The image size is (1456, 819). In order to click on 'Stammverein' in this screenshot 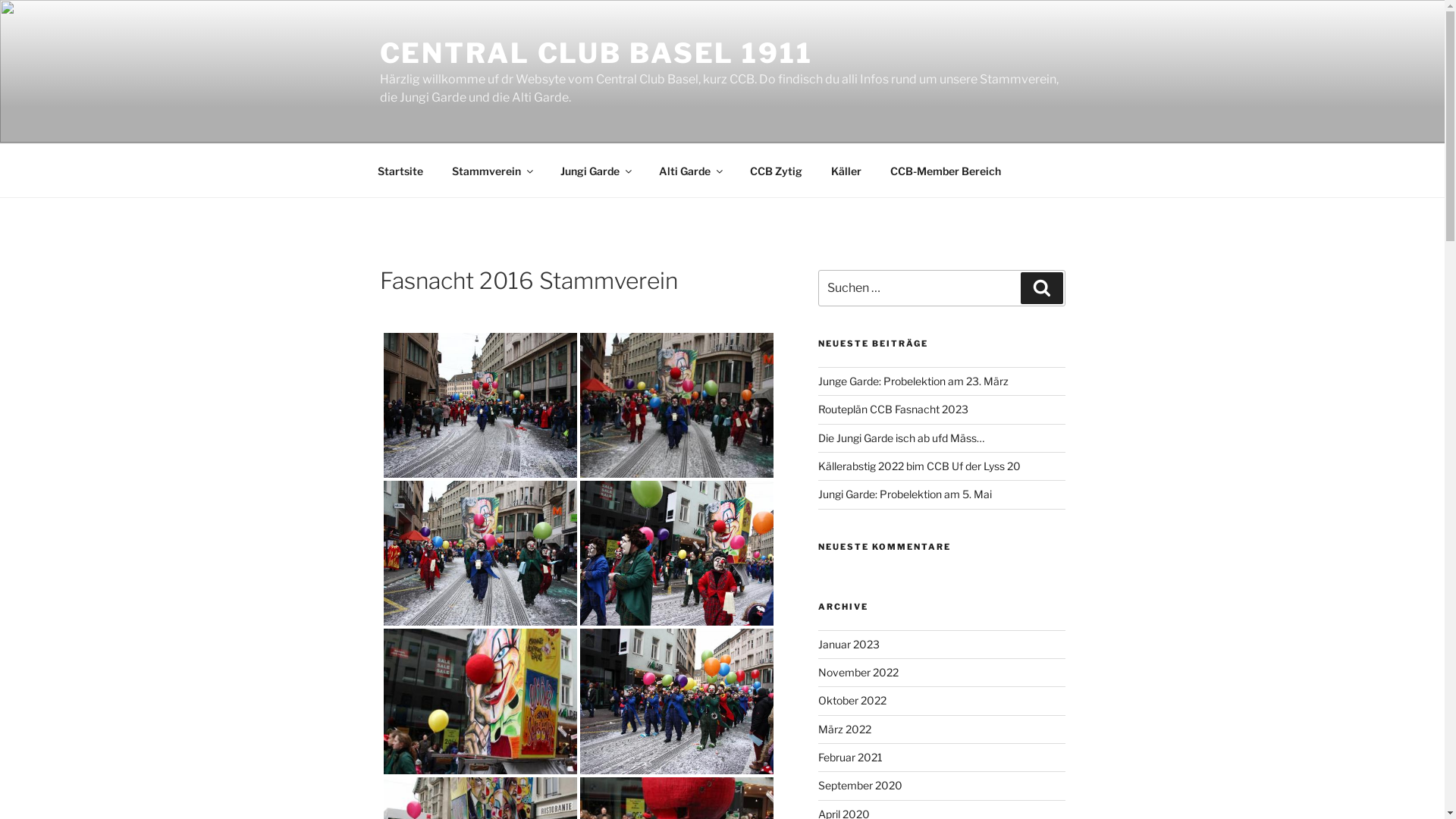, I will do `click(491, 170)`.